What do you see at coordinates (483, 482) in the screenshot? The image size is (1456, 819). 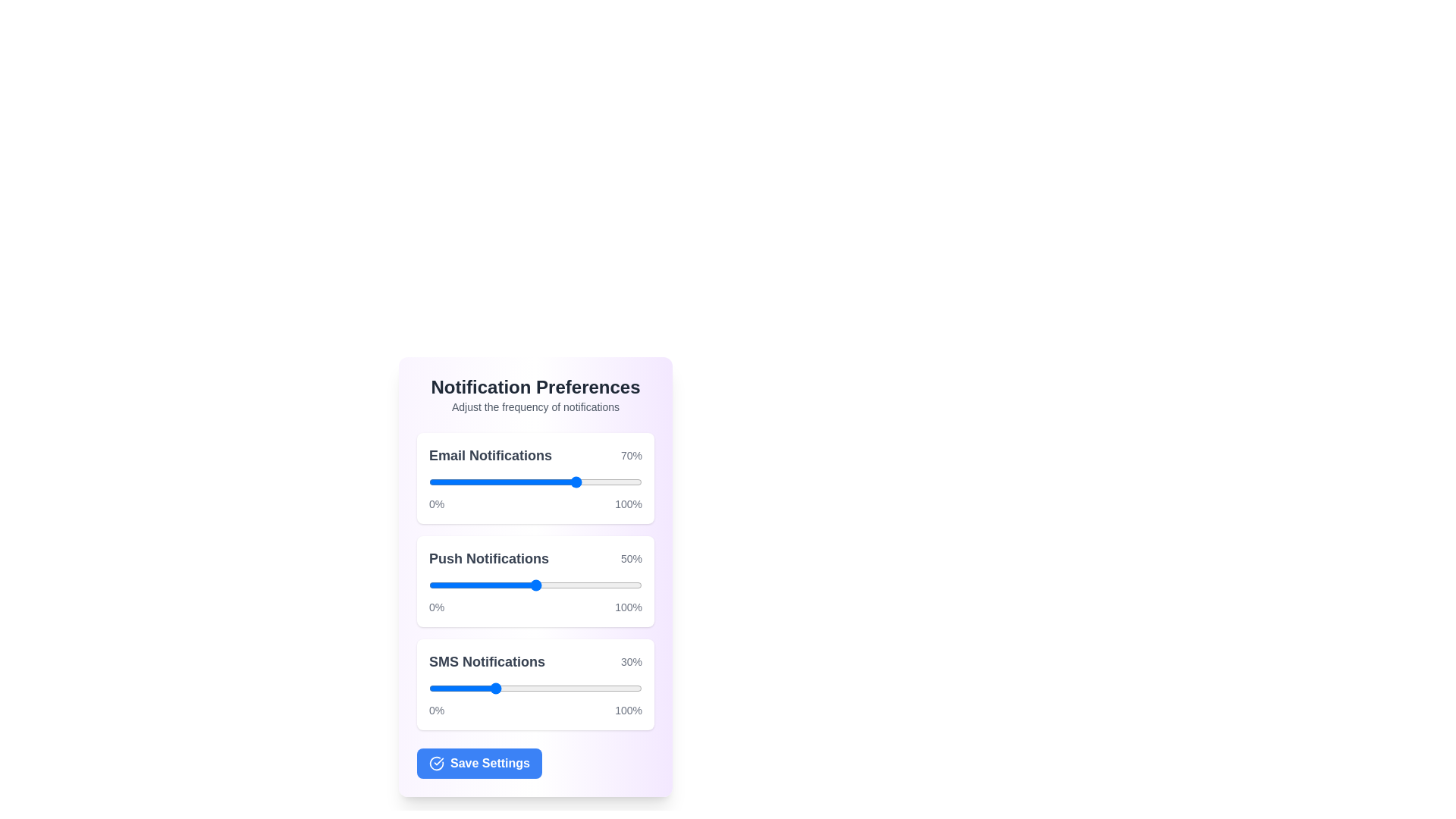 I see `the Email Notification slider` at bounding box center [483, 482].